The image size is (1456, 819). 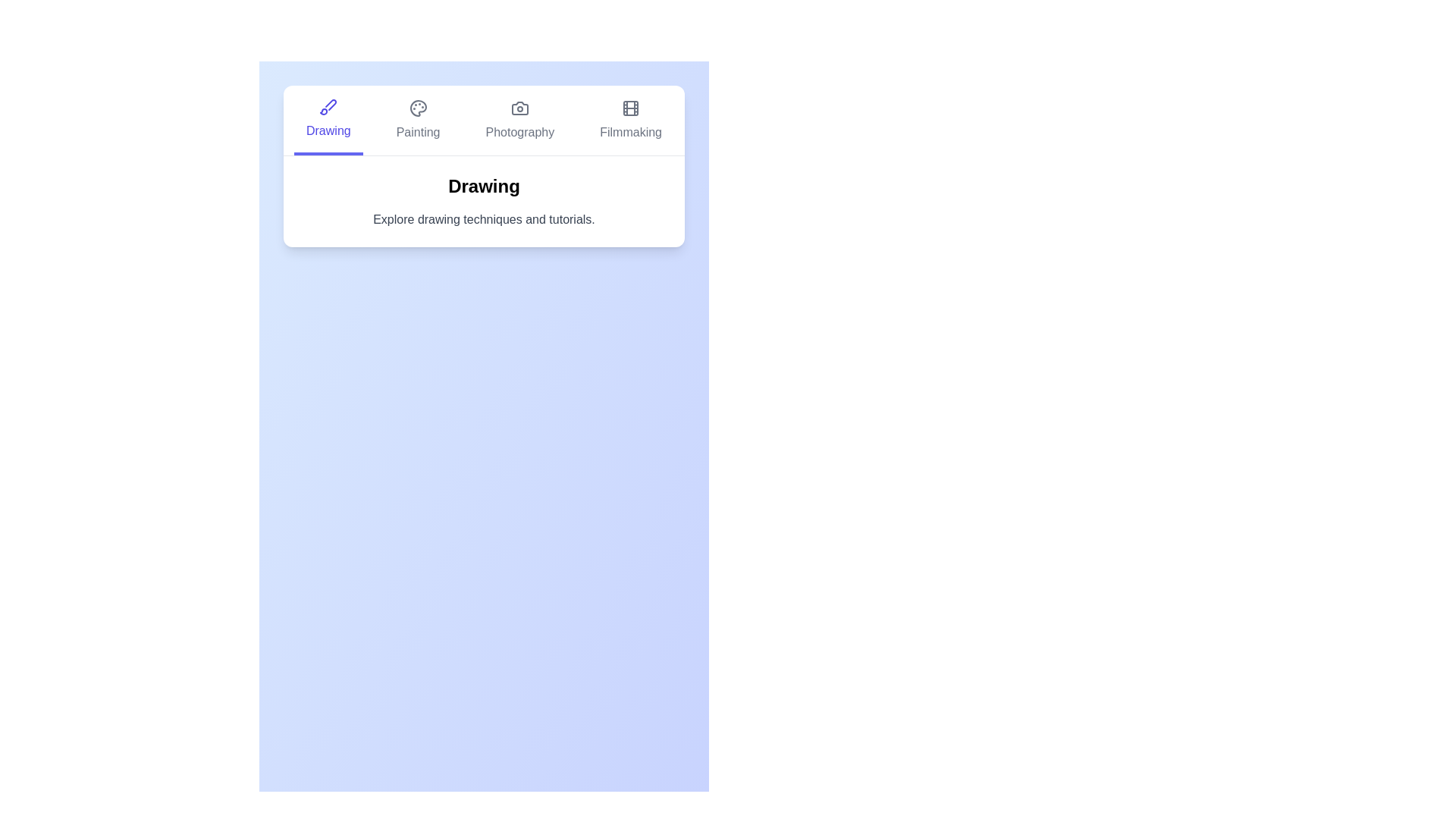 What do you see at coordinates (327, 119) in the screenshot?
I see `the tab labeled Drawing` at bounding box center [327, 119].